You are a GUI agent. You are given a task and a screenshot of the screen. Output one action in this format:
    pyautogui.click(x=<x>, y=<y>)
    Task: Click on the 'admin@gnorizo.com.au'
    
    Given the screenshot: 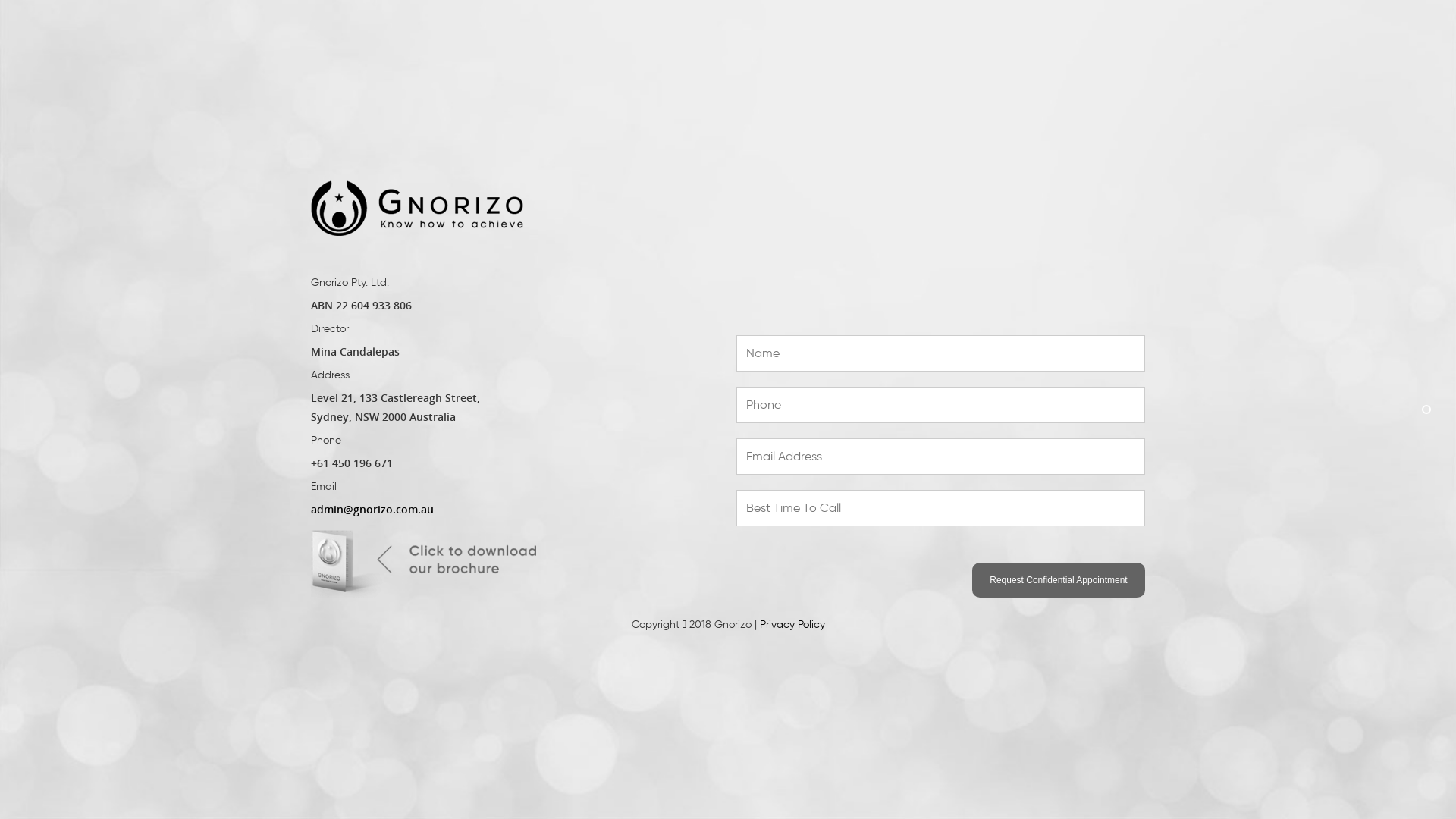 What is the action you would take?
    pyautogui.click(x=372, y=510)
    